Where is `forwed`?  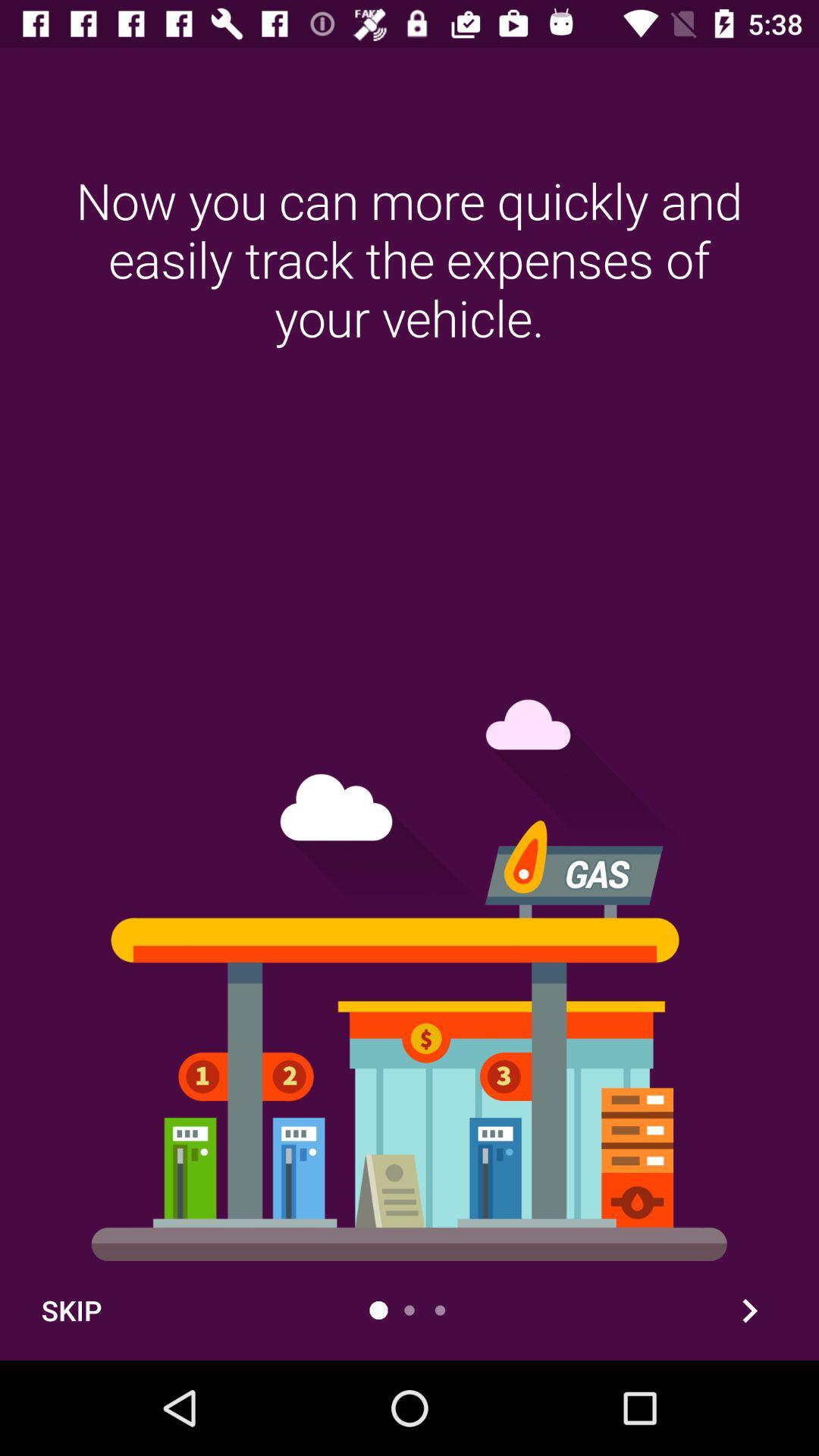
forwed is located at coordinates (748, 1310).